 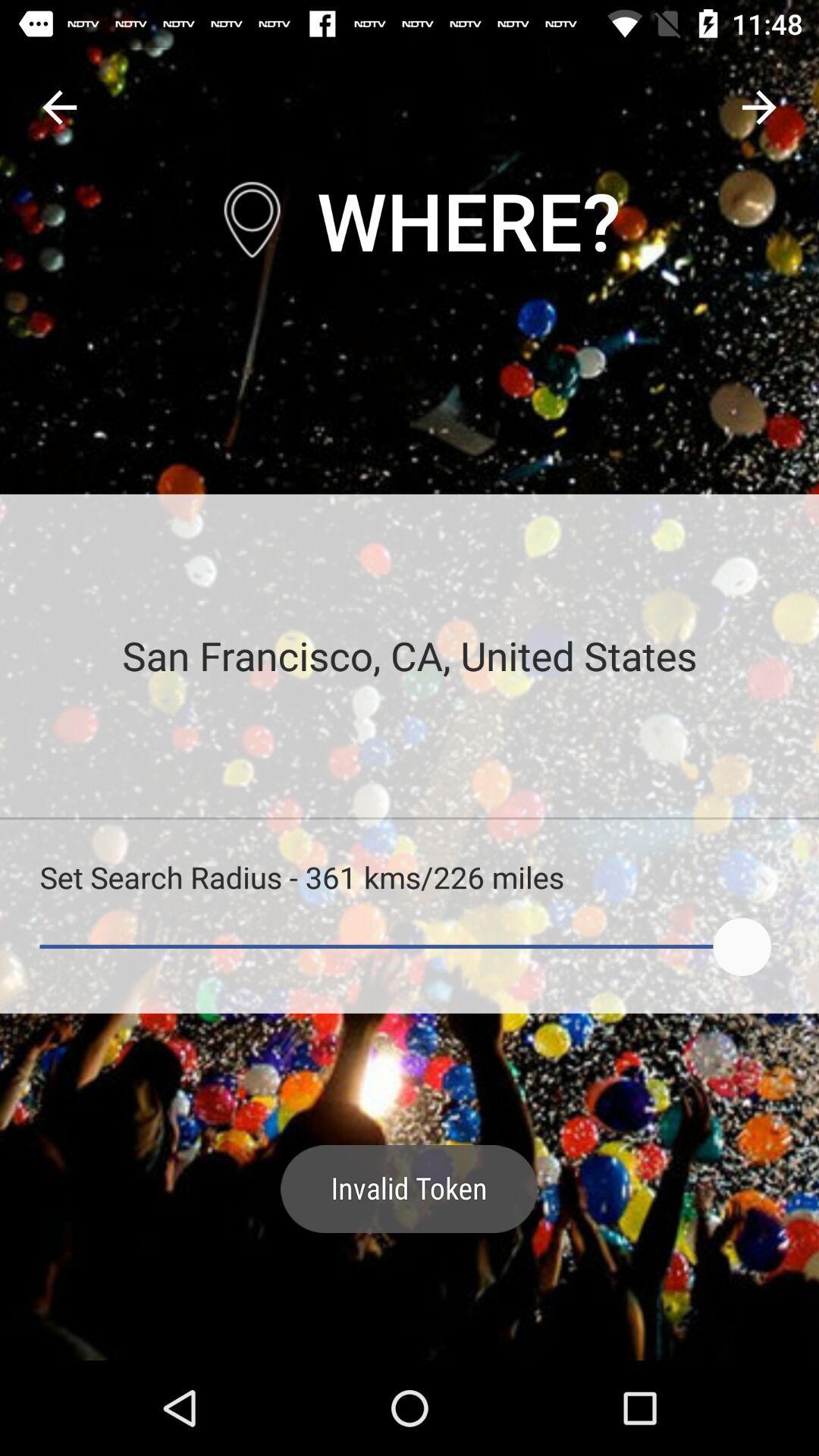 I want to click on the arrow_backward icon, so click(x=58, y=106).